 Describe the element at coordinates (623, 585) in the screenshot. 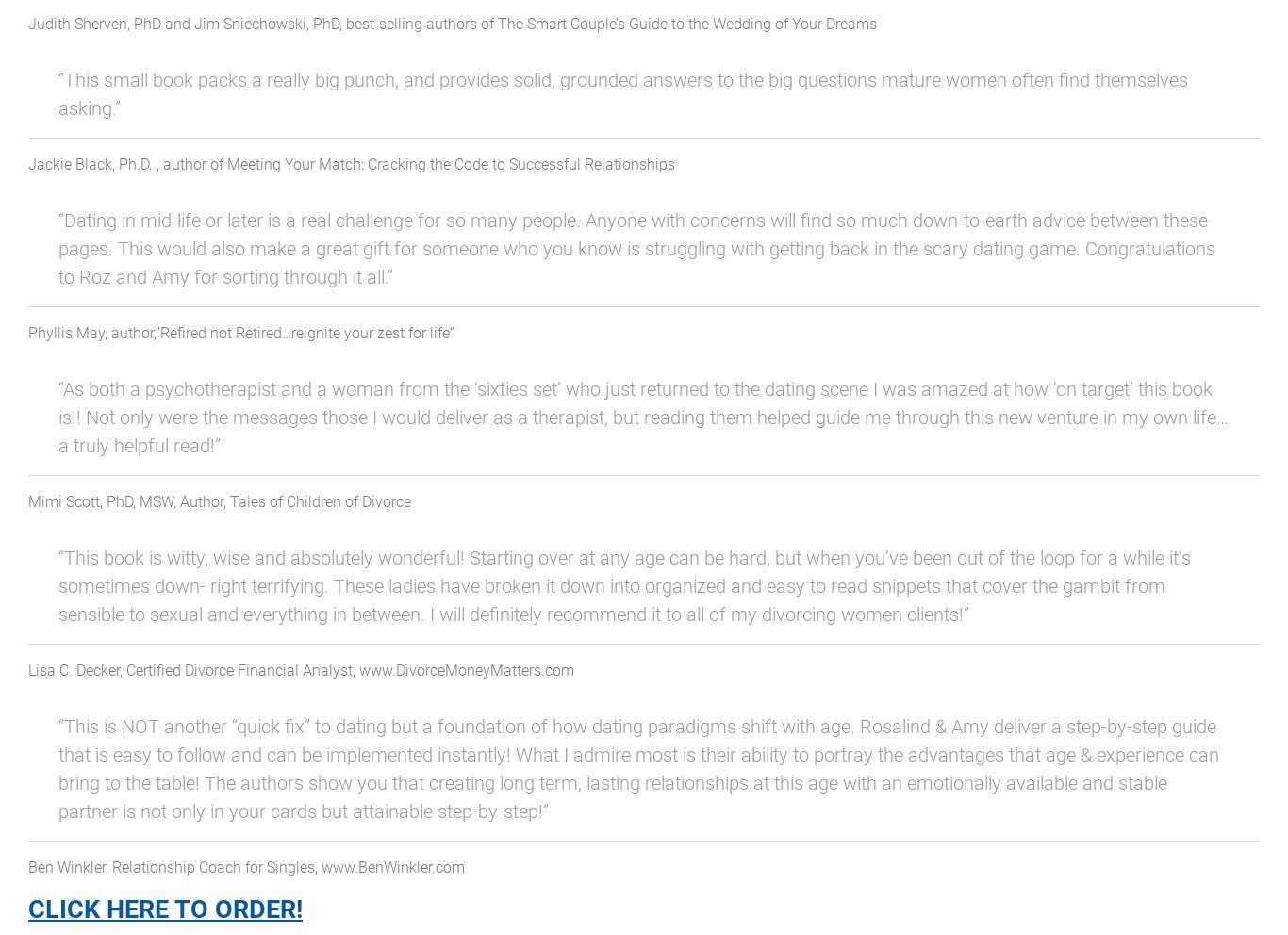

I see `'“This book is witty, wise and absolutely wonderful! Starting over at any age can be hard, but when you’ve been out of the loop for a while it’s sometimes down- right terrifying. These ladies have broken it down into organized and easy to read snippets that cover the gambit from sensible to sexual and everything in between. I will definitely recommend it to all of my divorcing women clients!”'` at that location.